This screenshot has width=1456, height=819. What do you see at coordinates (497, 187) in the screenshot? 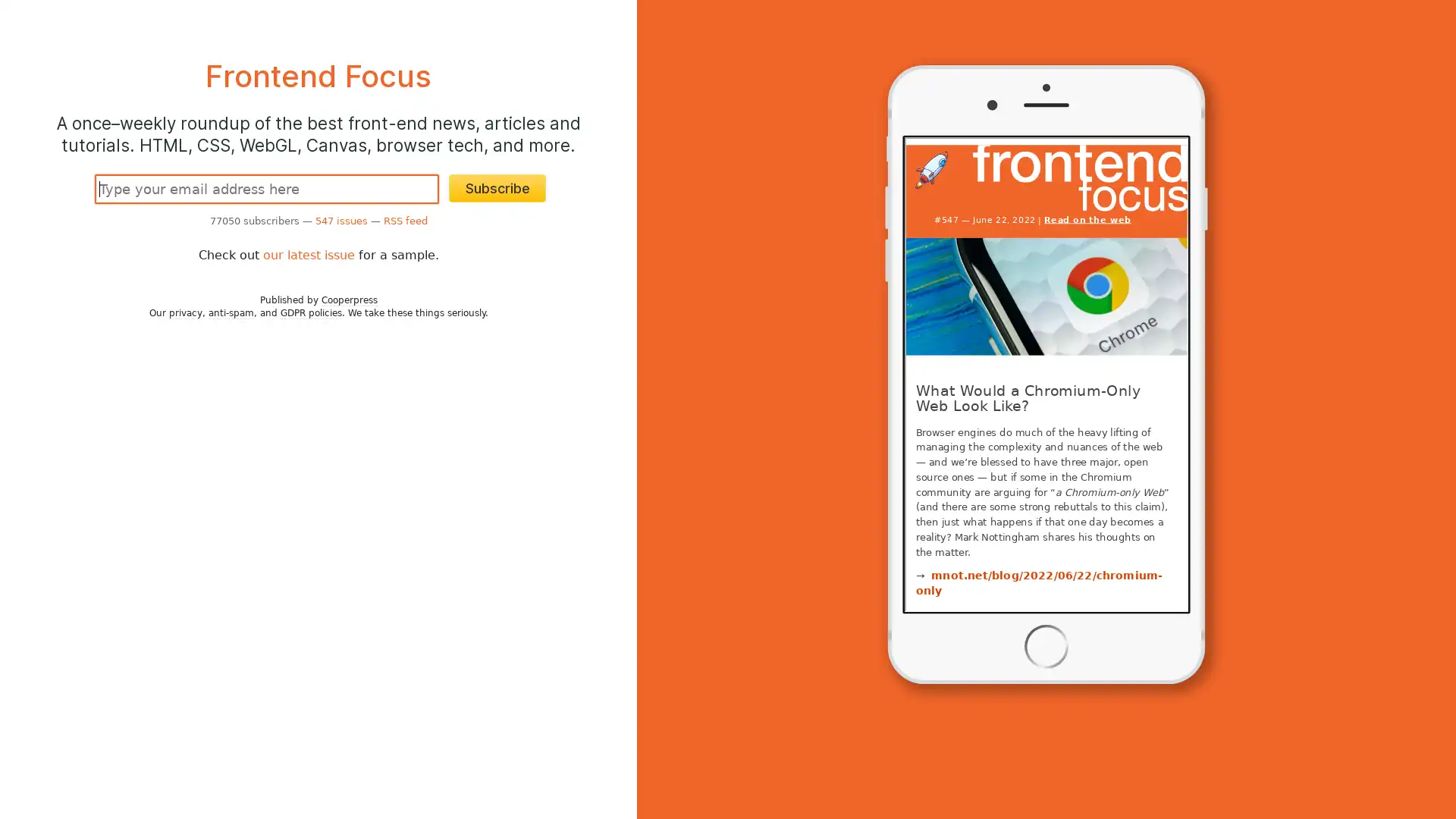
I see `Subscribe` at bounding box center [497, 187].